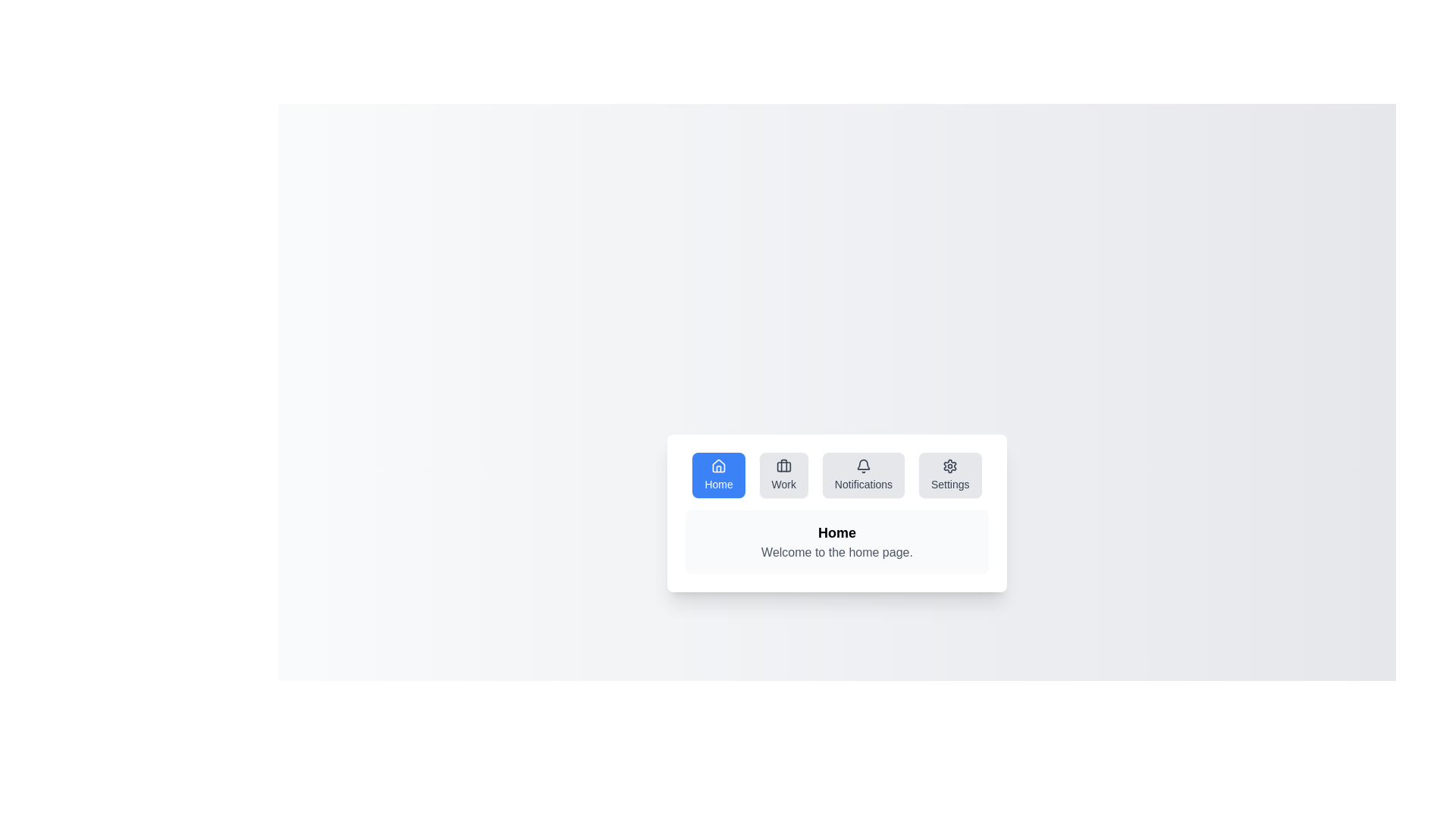 The image size is (1456, 819). What do you see at coordinates (863, 465) in the screenshot?
I see `the black outline bell icon, which serves as the notifications indicator located within the 'Notifications' button, the third option in the row of buttons between 'Work' and 'Settings'` at bounding box center [863, 465].